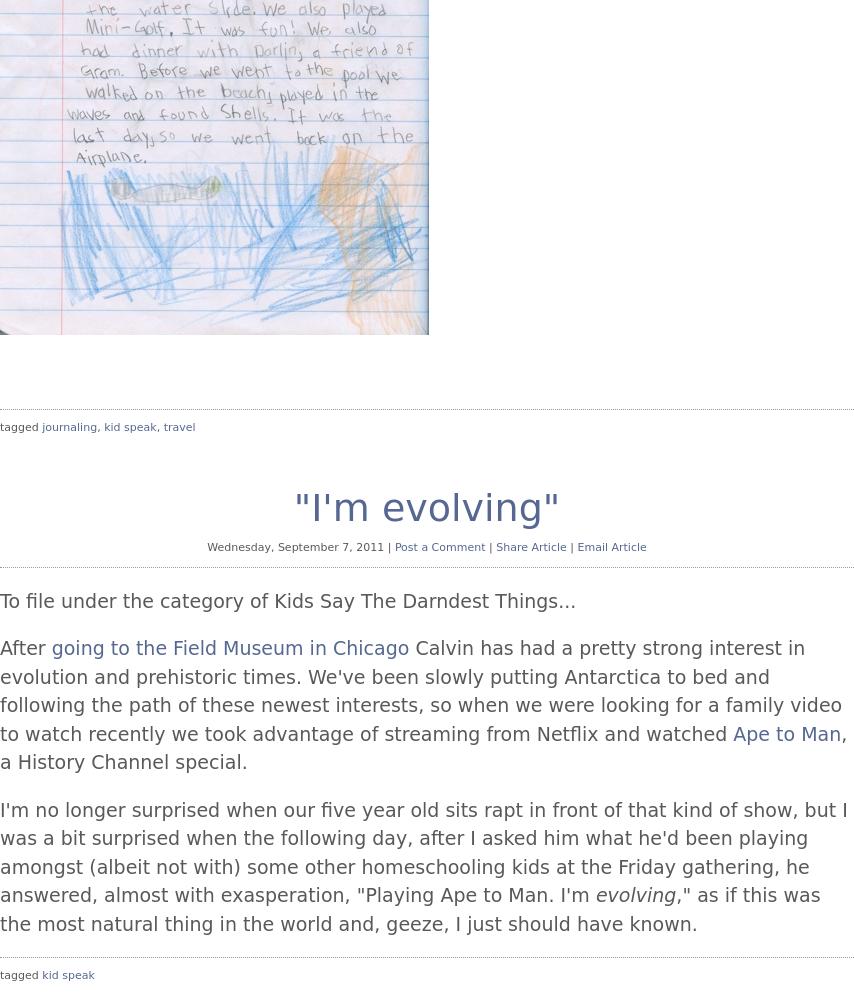 The image size is (854, 994). What do you see at coordinates (426, 507) in the screenshot?
I see `'"I'm evolving"'` at bounding box center [426, 507].